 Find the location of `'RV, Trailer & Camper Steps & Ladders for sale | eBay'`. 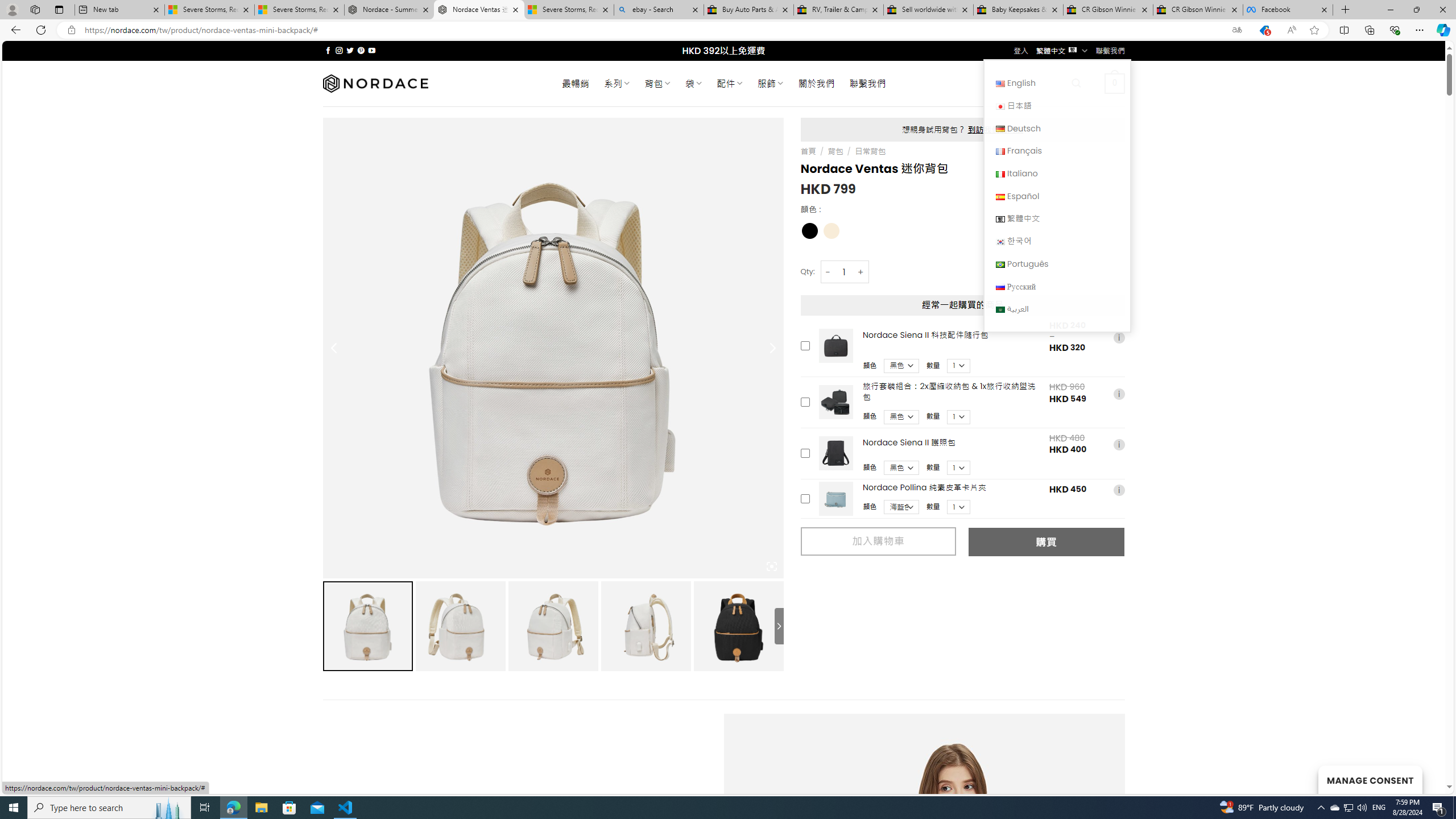

'RV, Trailer & Camper Steps & Ladders for sale | eBay' is located at coordinates (838, 9).